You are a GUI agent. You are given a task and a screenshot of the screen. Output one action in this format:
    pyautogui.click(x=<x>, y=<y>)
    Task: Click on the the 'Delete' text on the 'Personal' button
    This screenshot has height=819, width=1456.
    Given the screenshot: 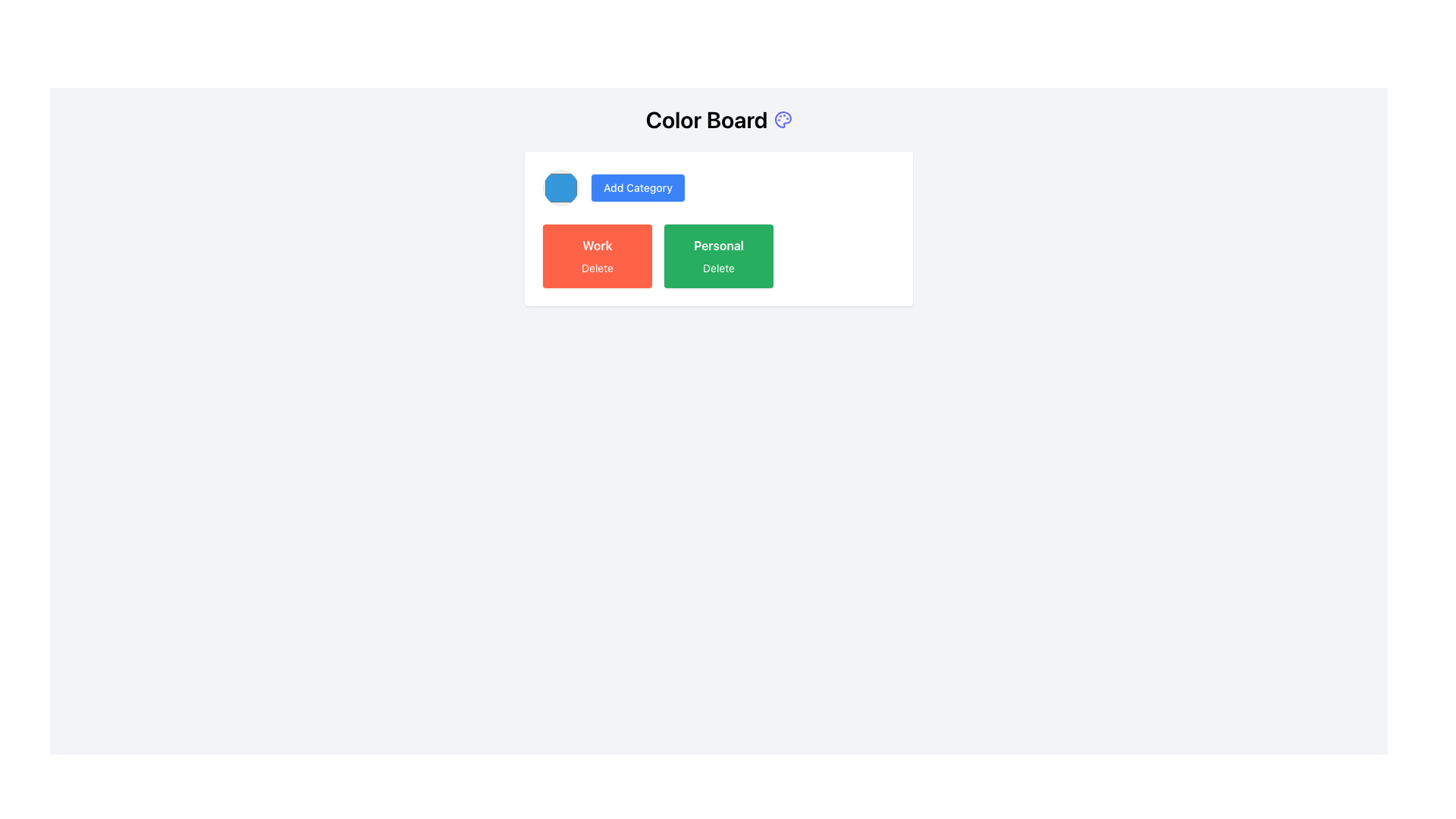 What is the action you would take?
    pyautogui.click(x=718, y=256)
    